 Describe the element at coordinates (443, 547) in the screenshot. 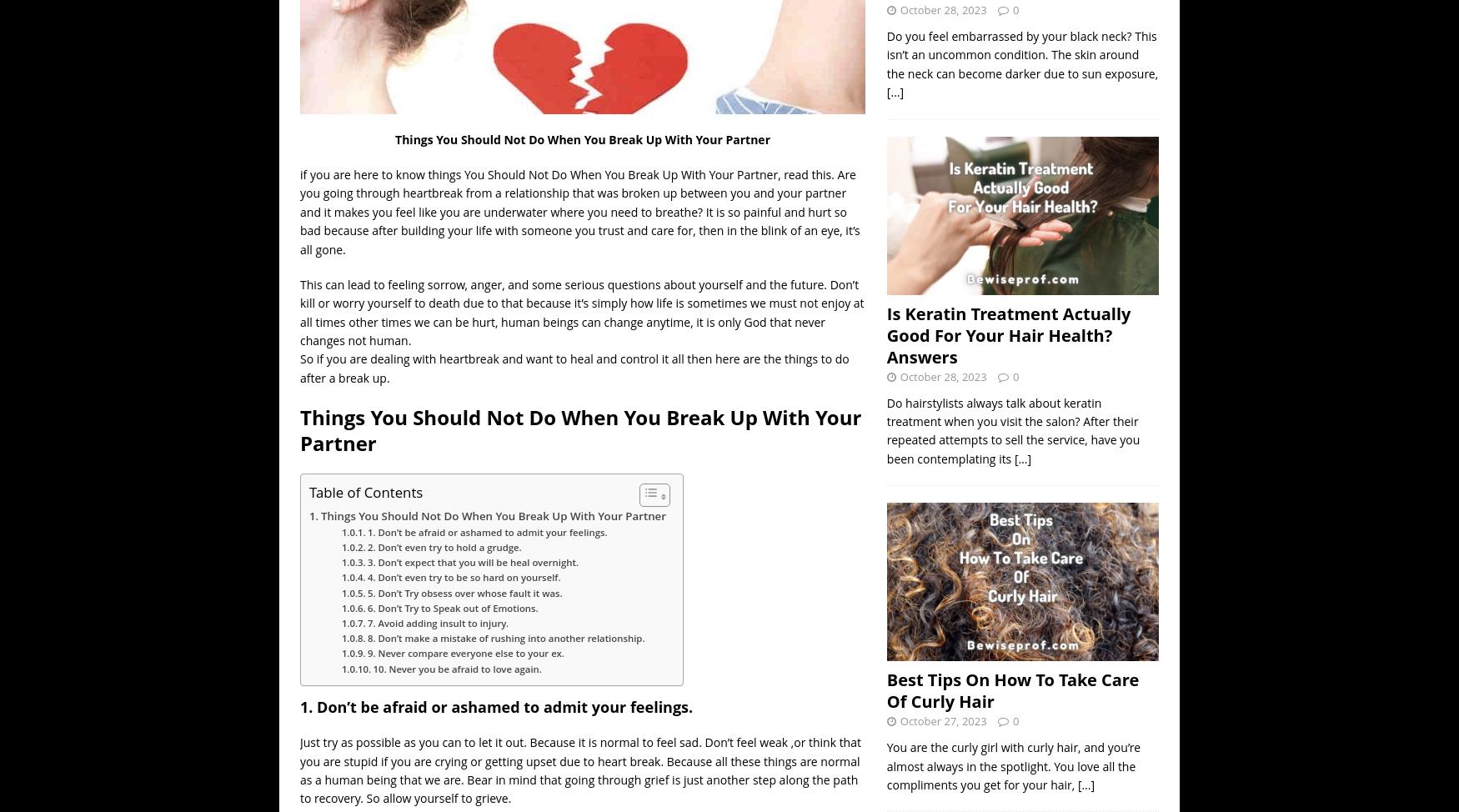

I see `'2. Don’t even try to hold a grudge.'` at that location.